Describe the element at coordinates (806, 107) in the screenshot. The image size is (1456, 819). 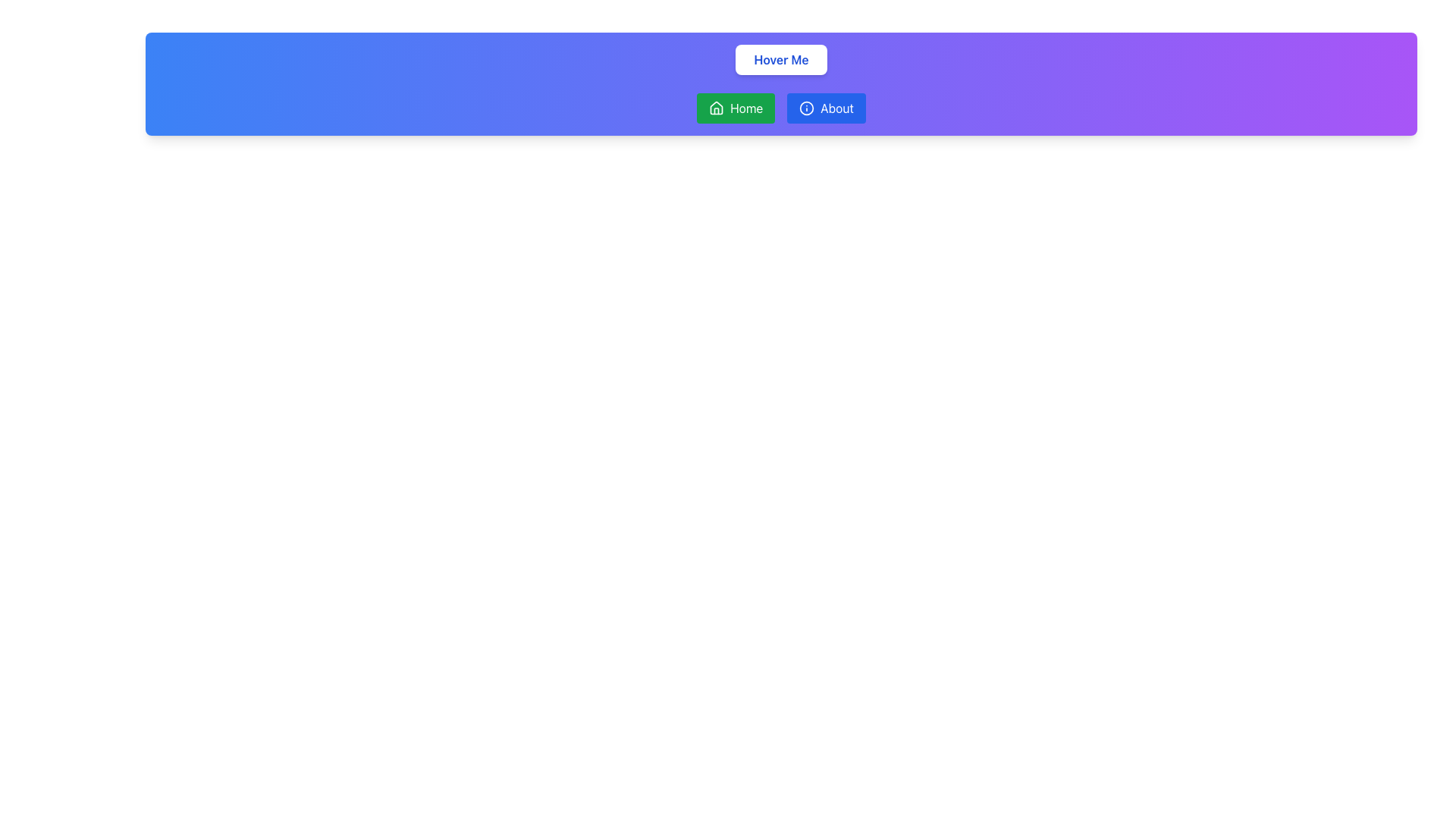
I see `the circular SVG icon with a plus symbol at the center, styled with a white stroke on a blue background, located in the 'About' button in the navigation bar` at that location.